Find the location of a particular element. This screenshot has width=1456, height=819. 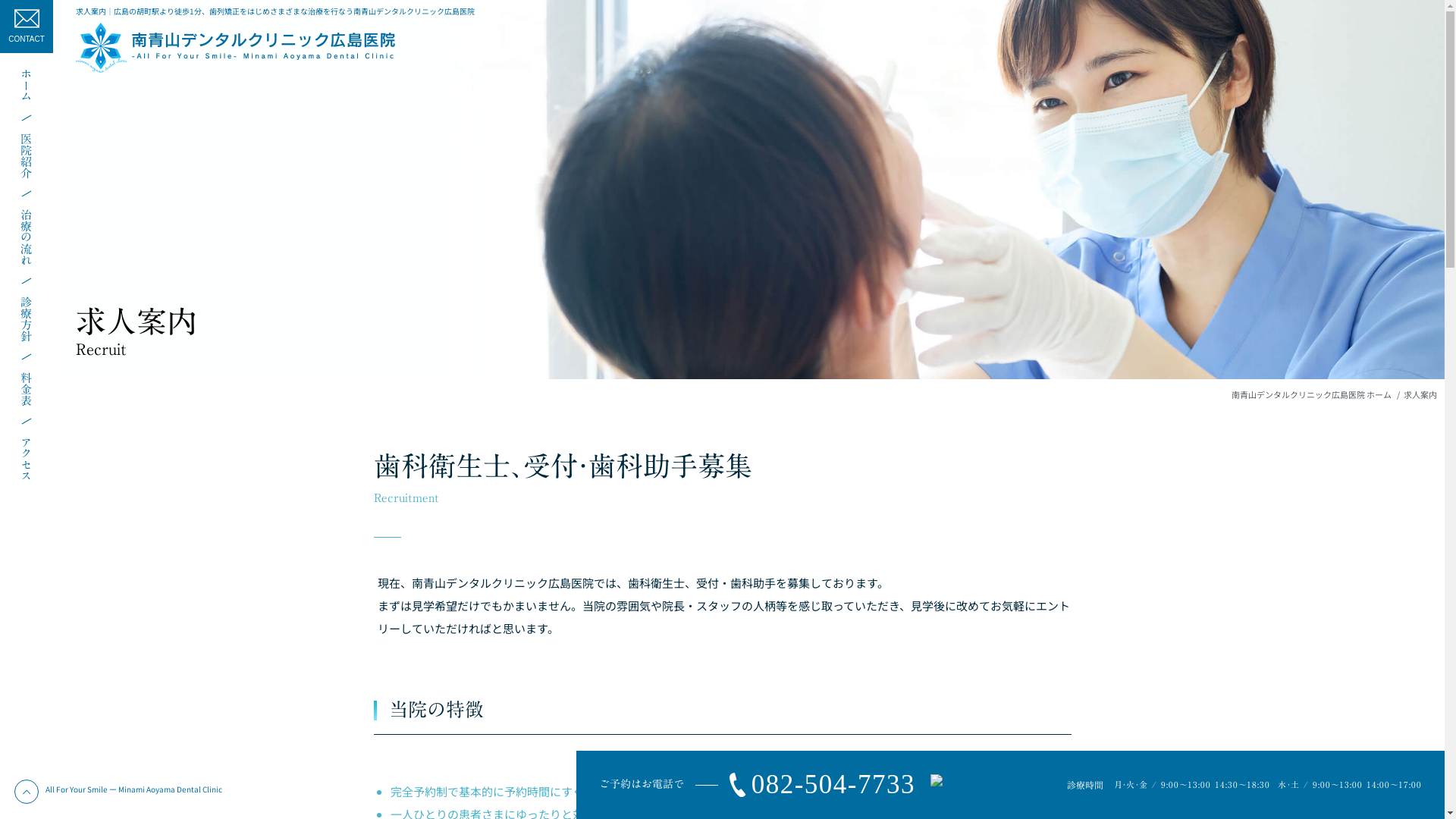

'082-504-7733' is located at coordinates (815, 785).